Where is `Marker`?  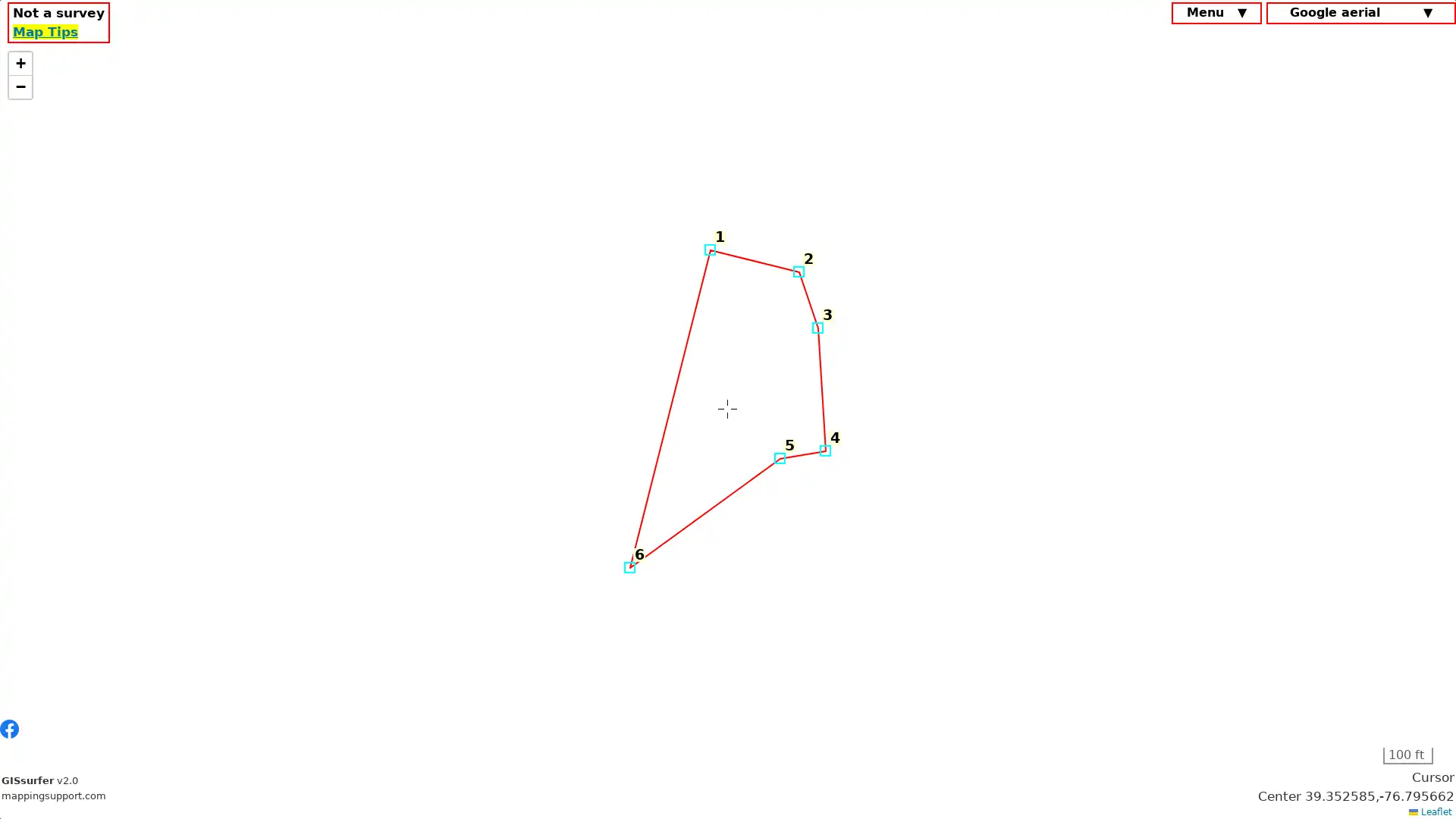 Marker is located at coordinates (709, 249).